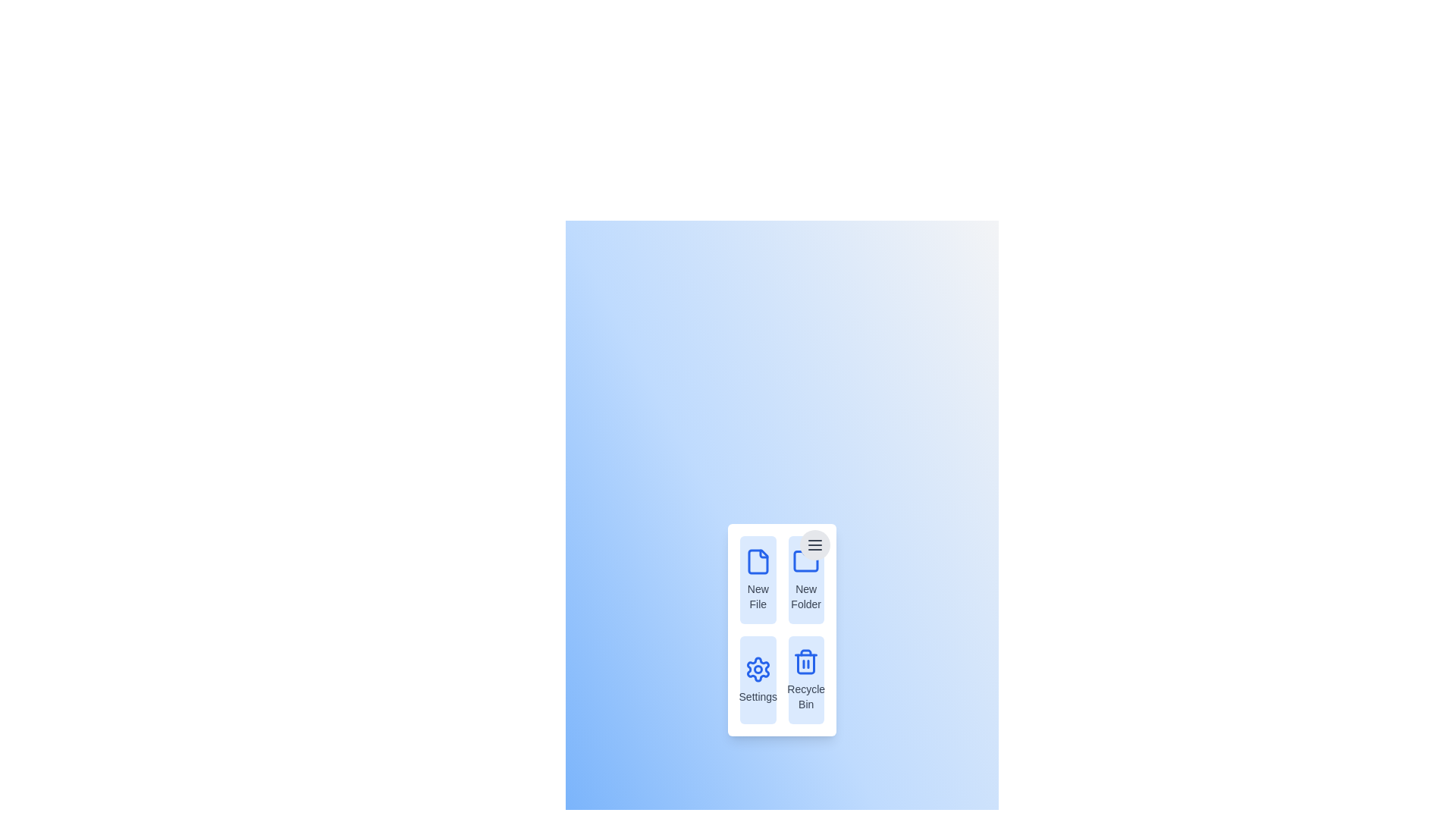 This screenshot has height=819, width=1456. I want to click on the menu item New File from the context menu, so click(758, 579).